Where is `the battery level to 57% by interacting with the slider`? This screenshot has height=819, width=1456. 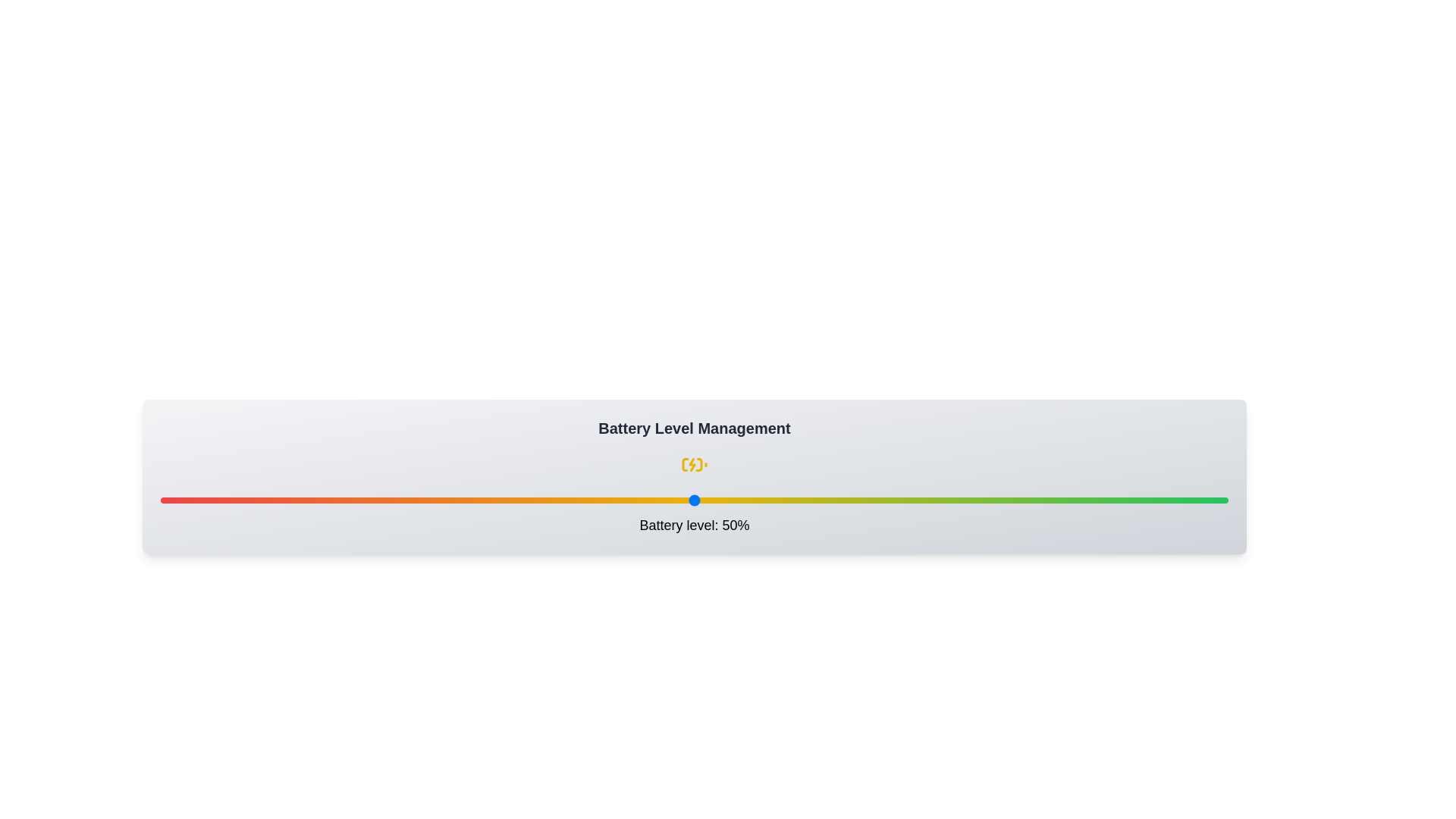 the battery level to 57% by interacting with the slider is located at coordinates (769, 500).